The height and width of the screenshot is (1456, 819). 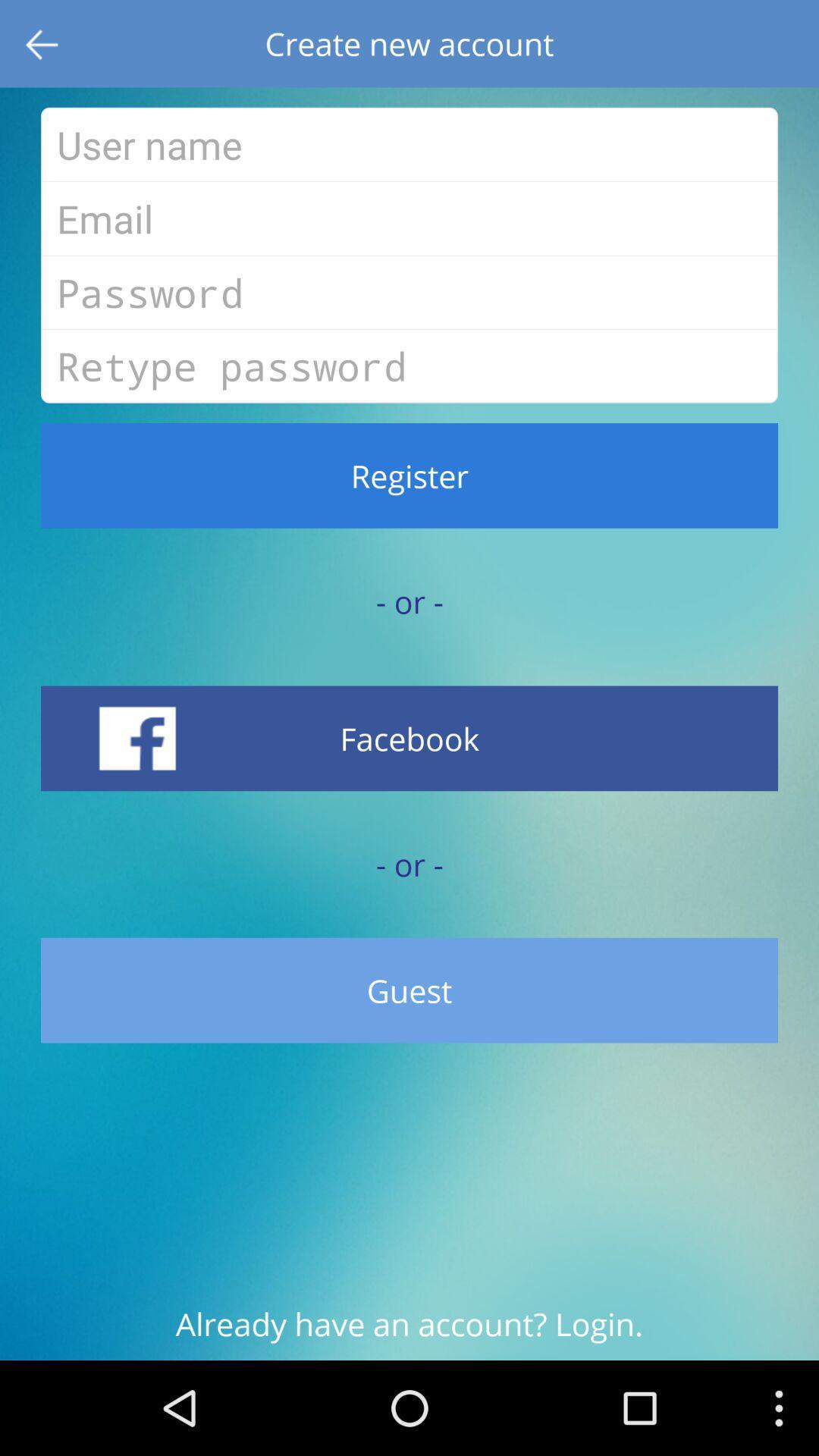 What do you see at coordinates (409, 218) in the screenshot?
I see `type email for new account` at bounding box center [409, 218].